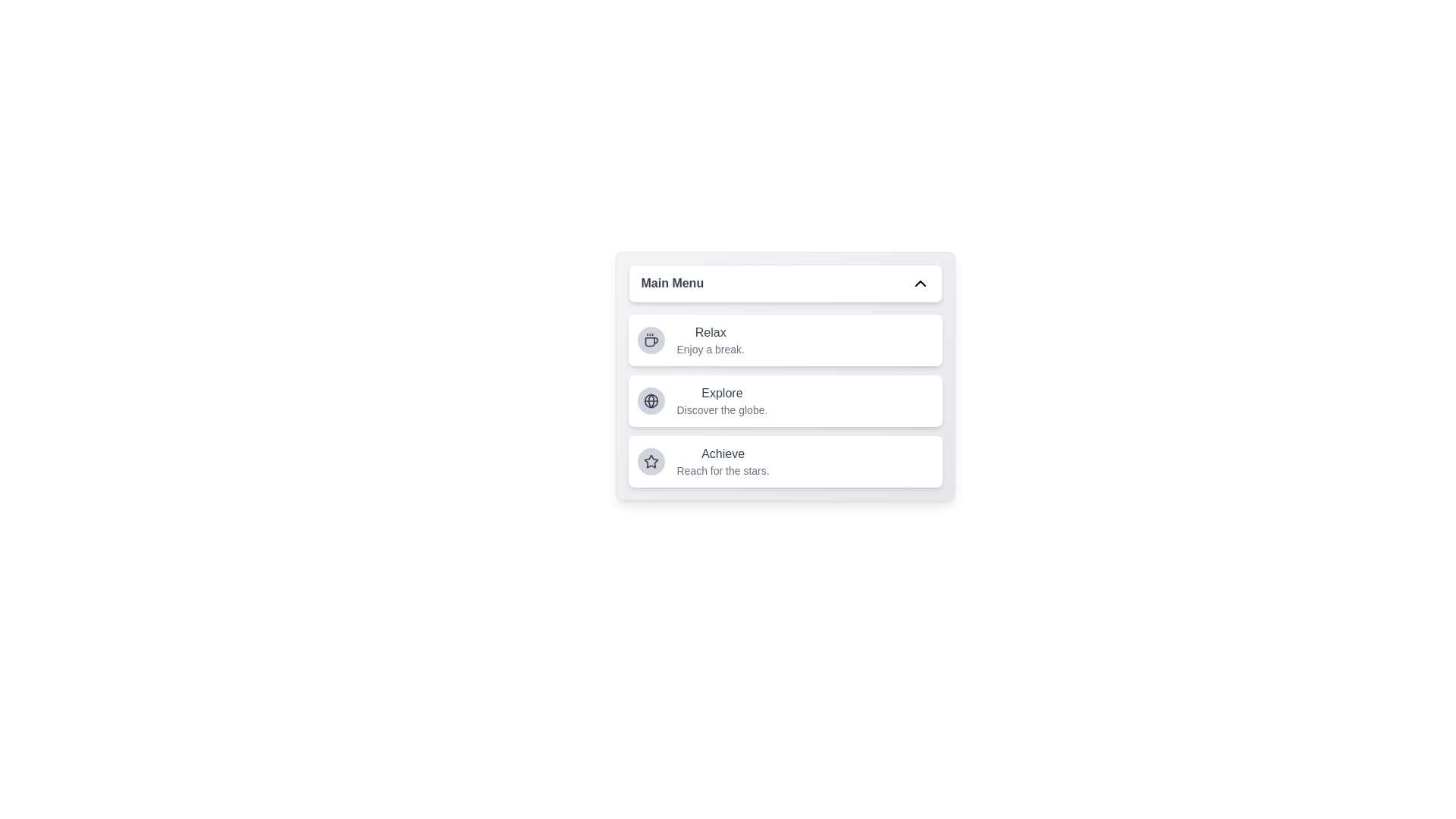 The image size is (1456, 819). Describe the element at coordinates (785, 400) in the screenshot. I see `the menu item corresponding to Explore` at that location.